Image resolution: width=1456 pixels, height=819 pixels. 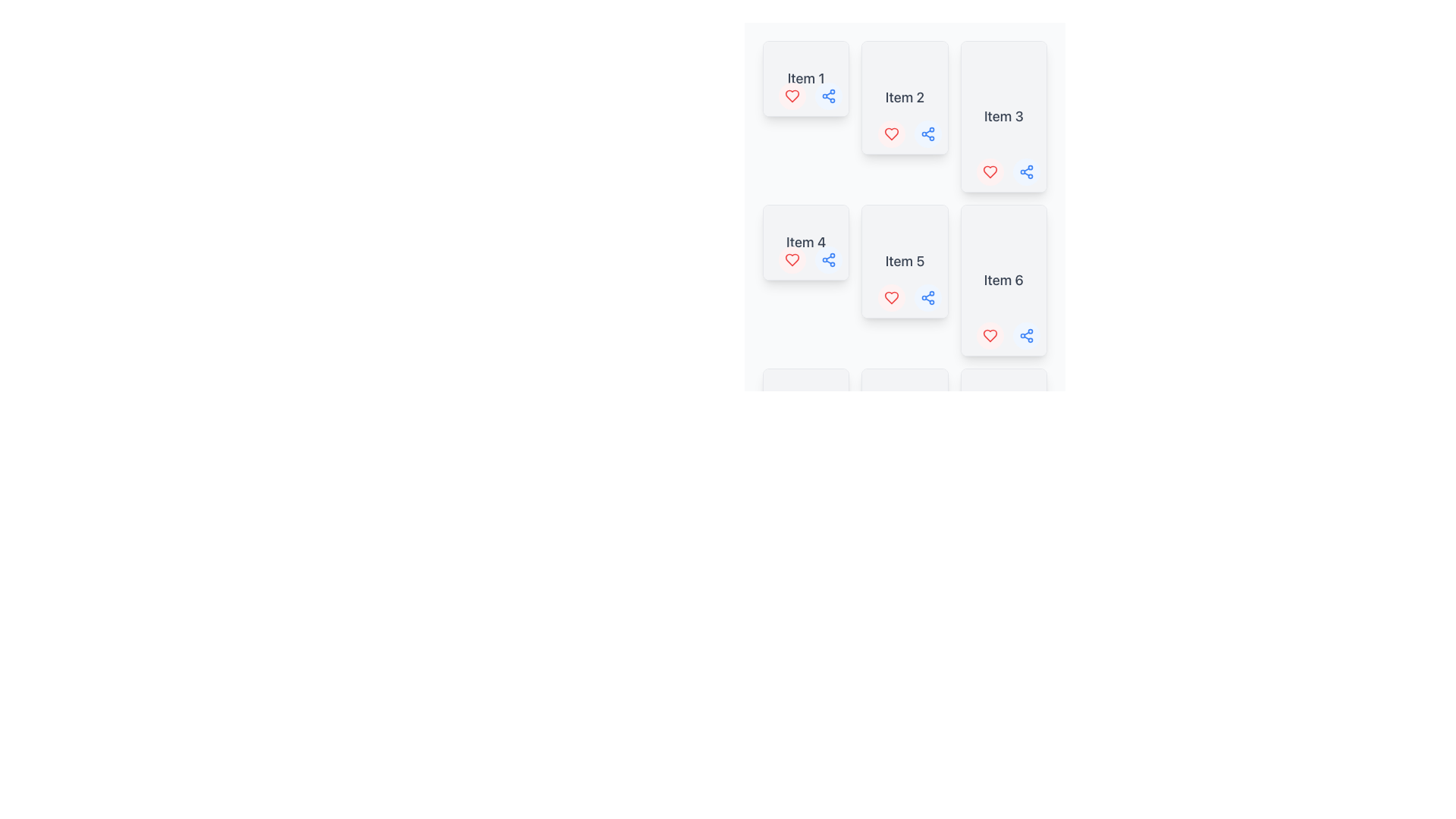 I want to click on the 'like' icon located at the bottom left of the card labeled 'Item 5' in the second column and second row of a 3x2 grid layout to favorite or unfavorite it, so click(x=891, y=298).